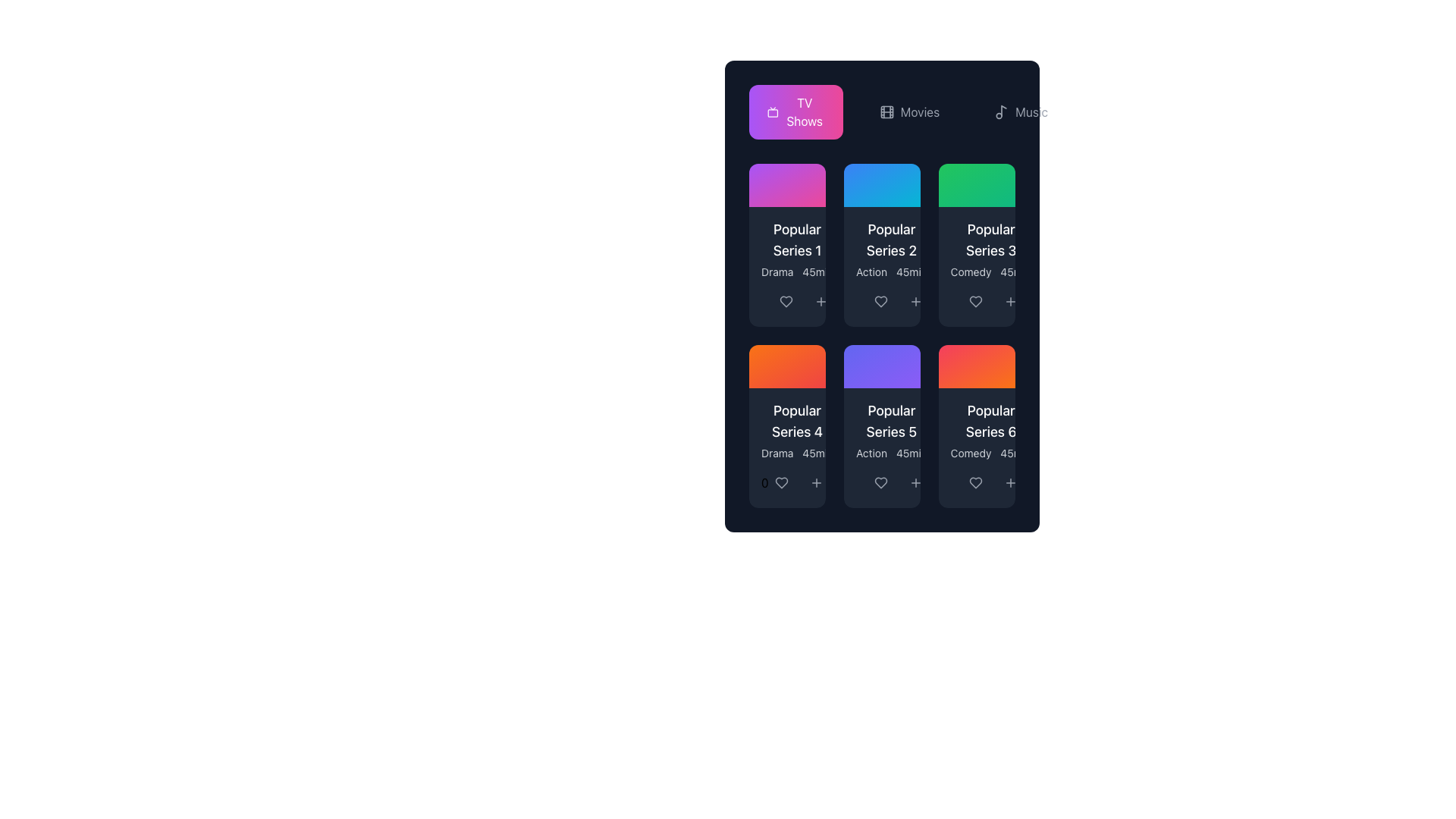 This screenshot has height=819, width=1456. What do you see at coordinates (787, 430) in the screenshot?
I see `the fourth TextLabel` at bounding box center [787, 430].